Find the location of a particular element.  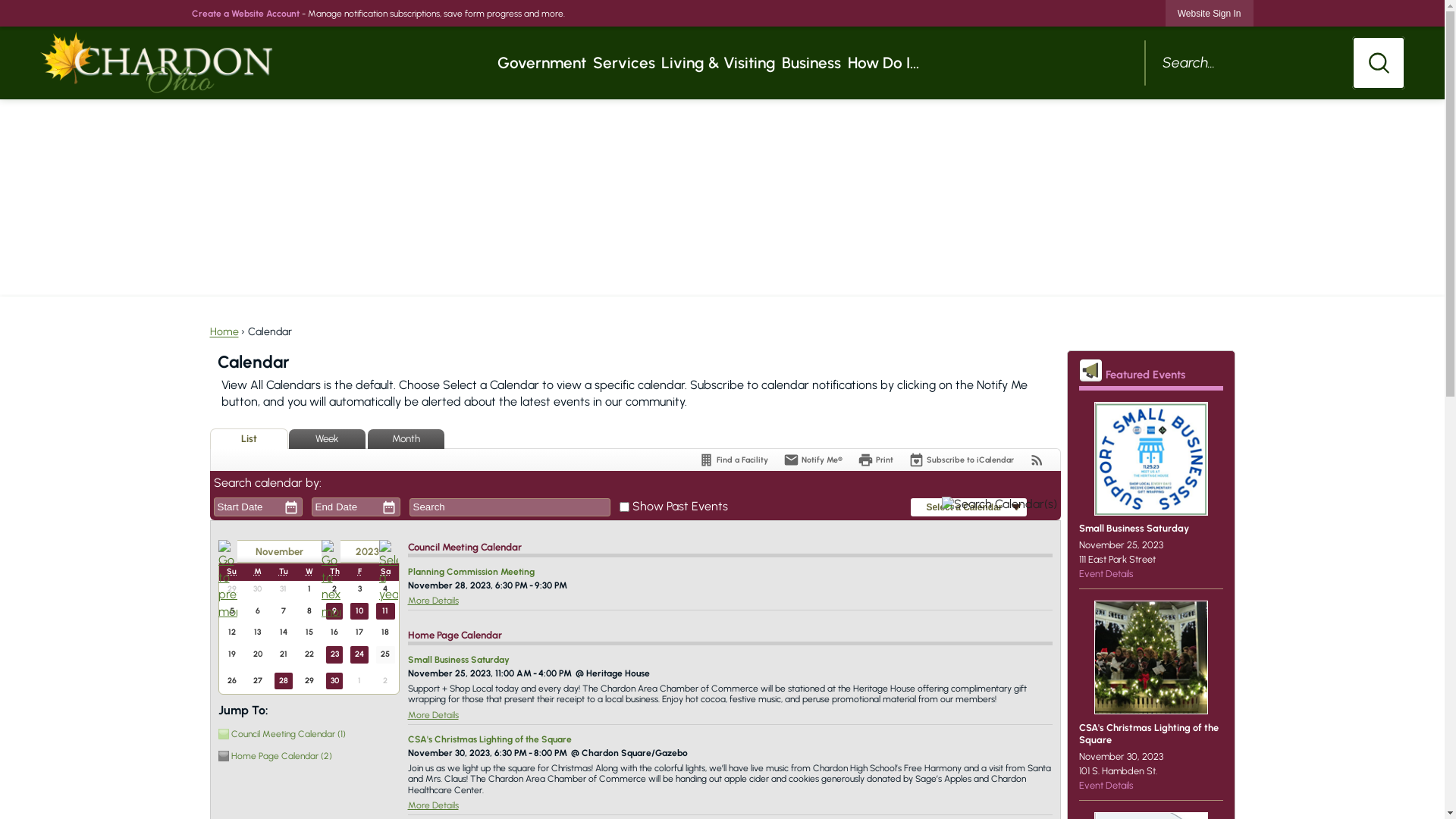

'Week' is located at coordinates (325, 438).